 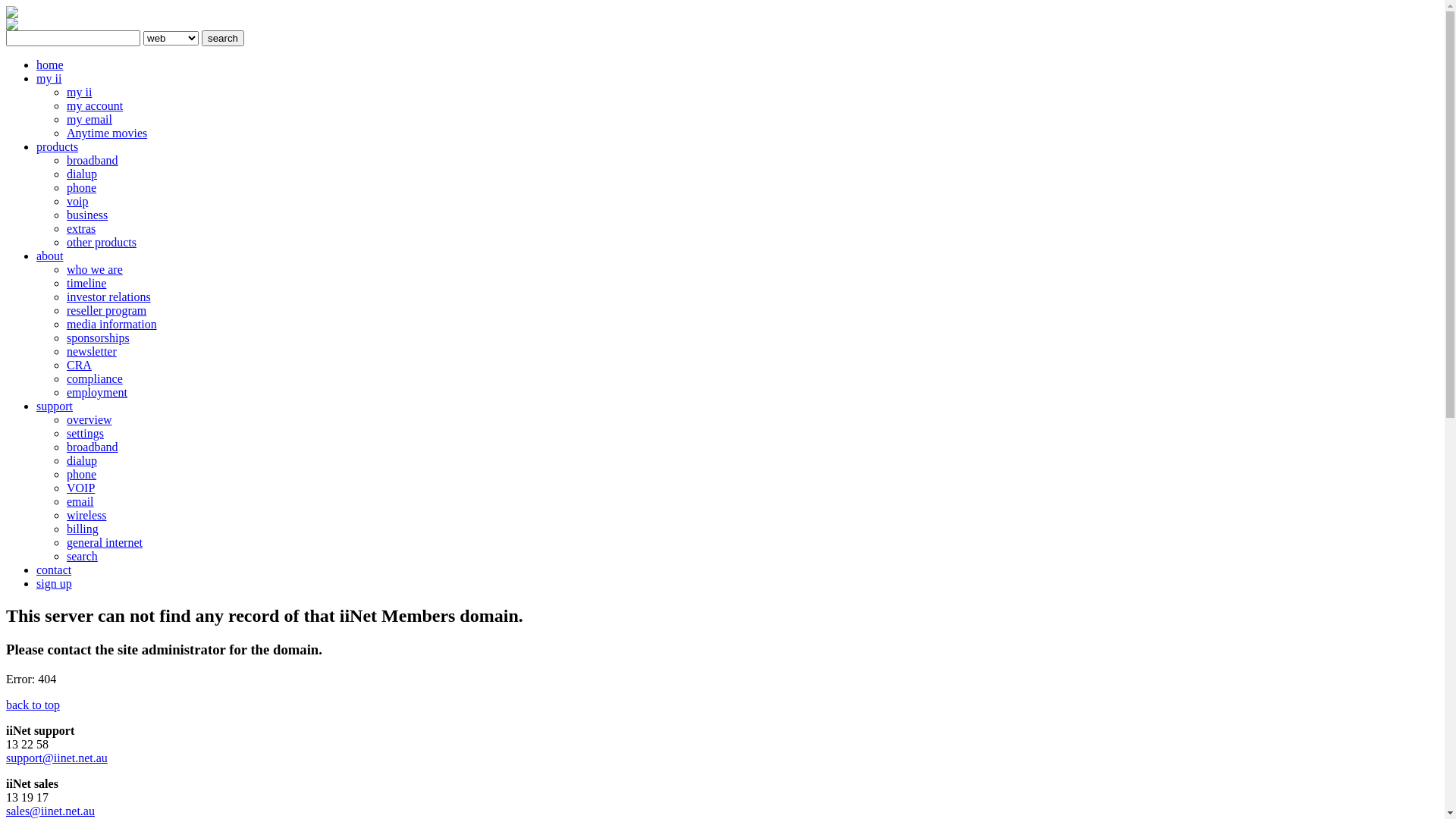 What do you see at coordinates (93, 378) in the screenshot?
I see `'compliance'` at bounding box center [93, 378].